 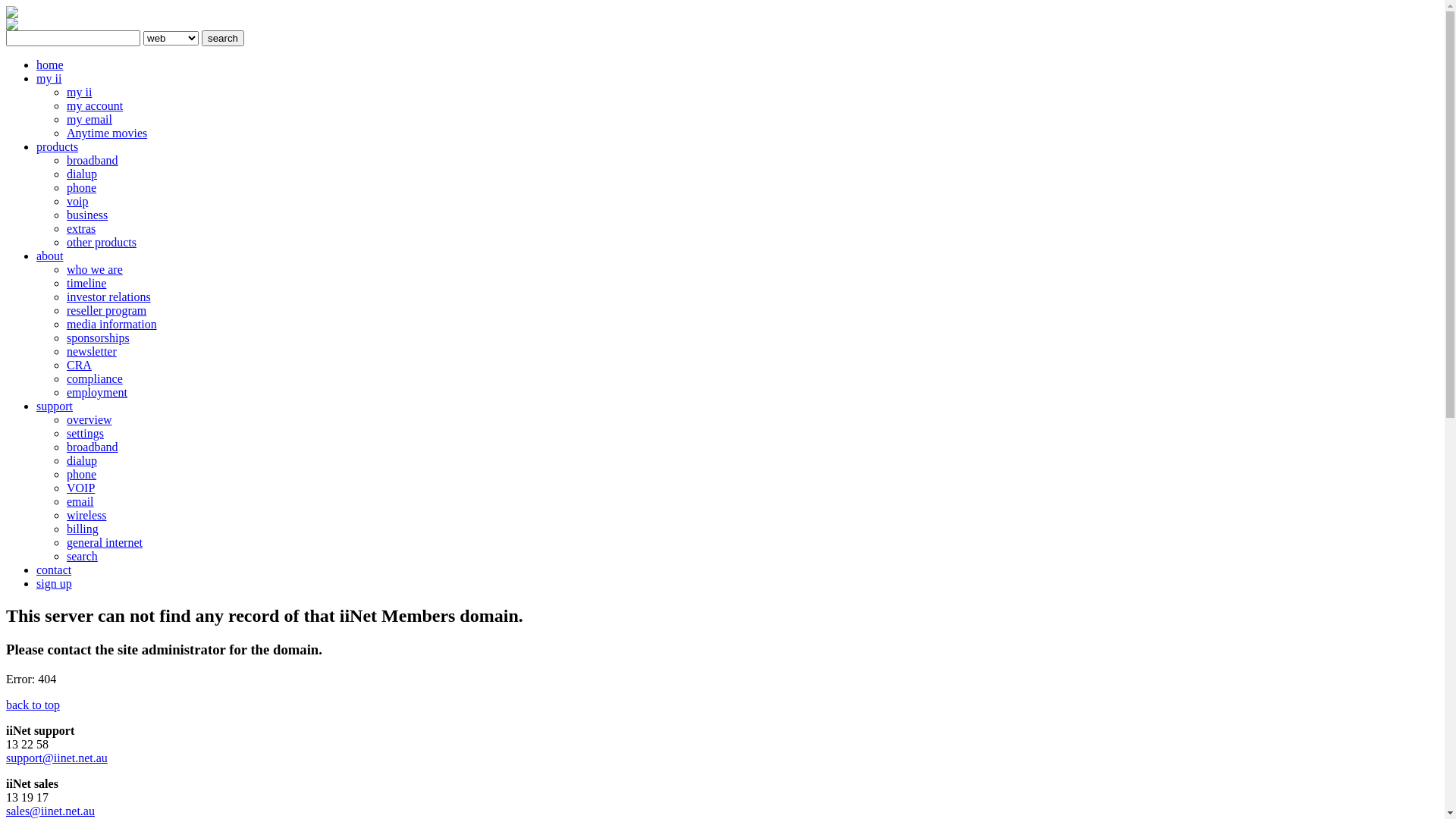 What do you see at coordinates (93, 378) in the screenshot?
I see `'compliance'` at bounding box center [93, 378].